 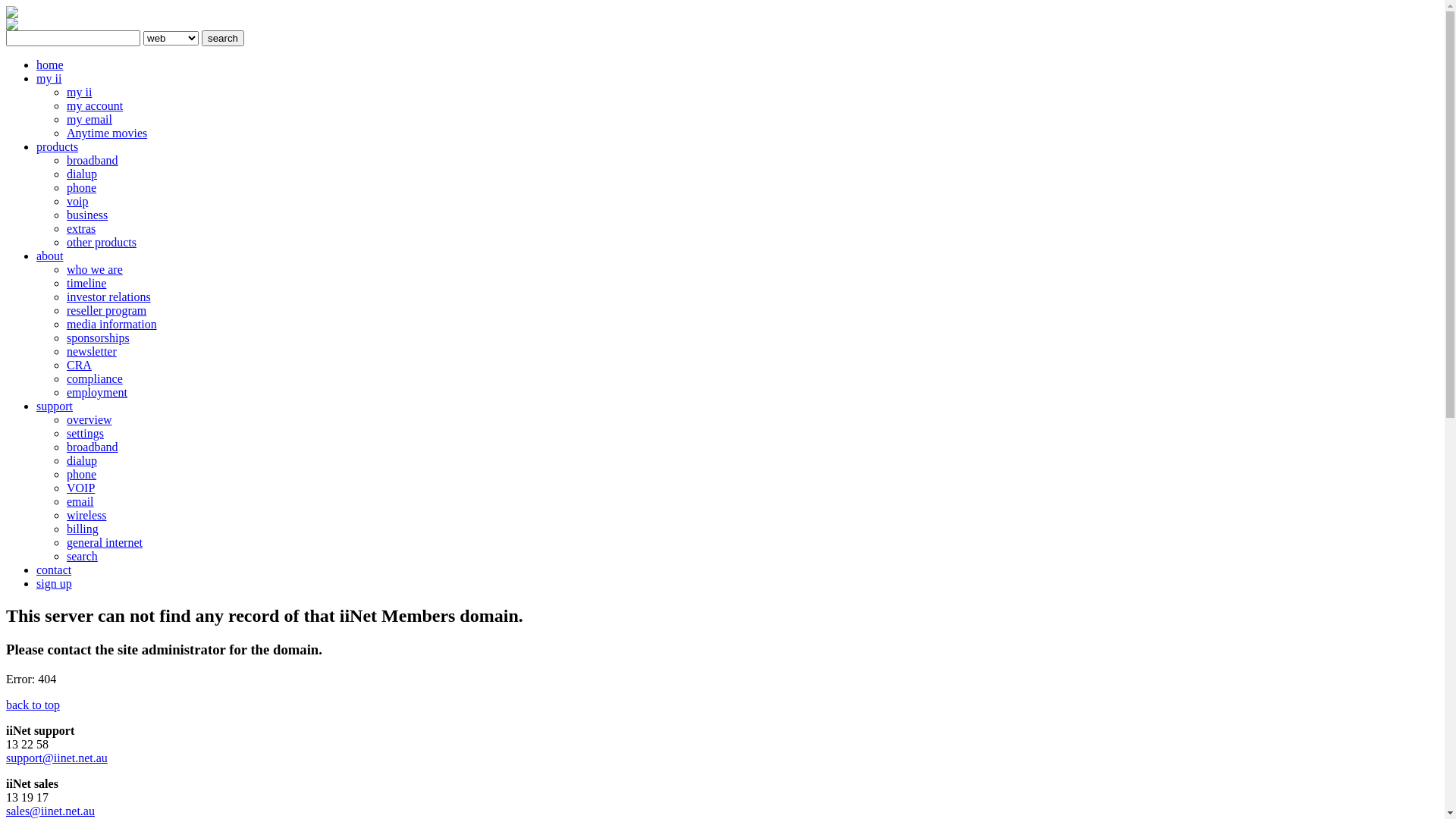 What do you see at coordinates (93, 378) in the screenshot?
I see `'compliance'` at bounding box center [93, 378].